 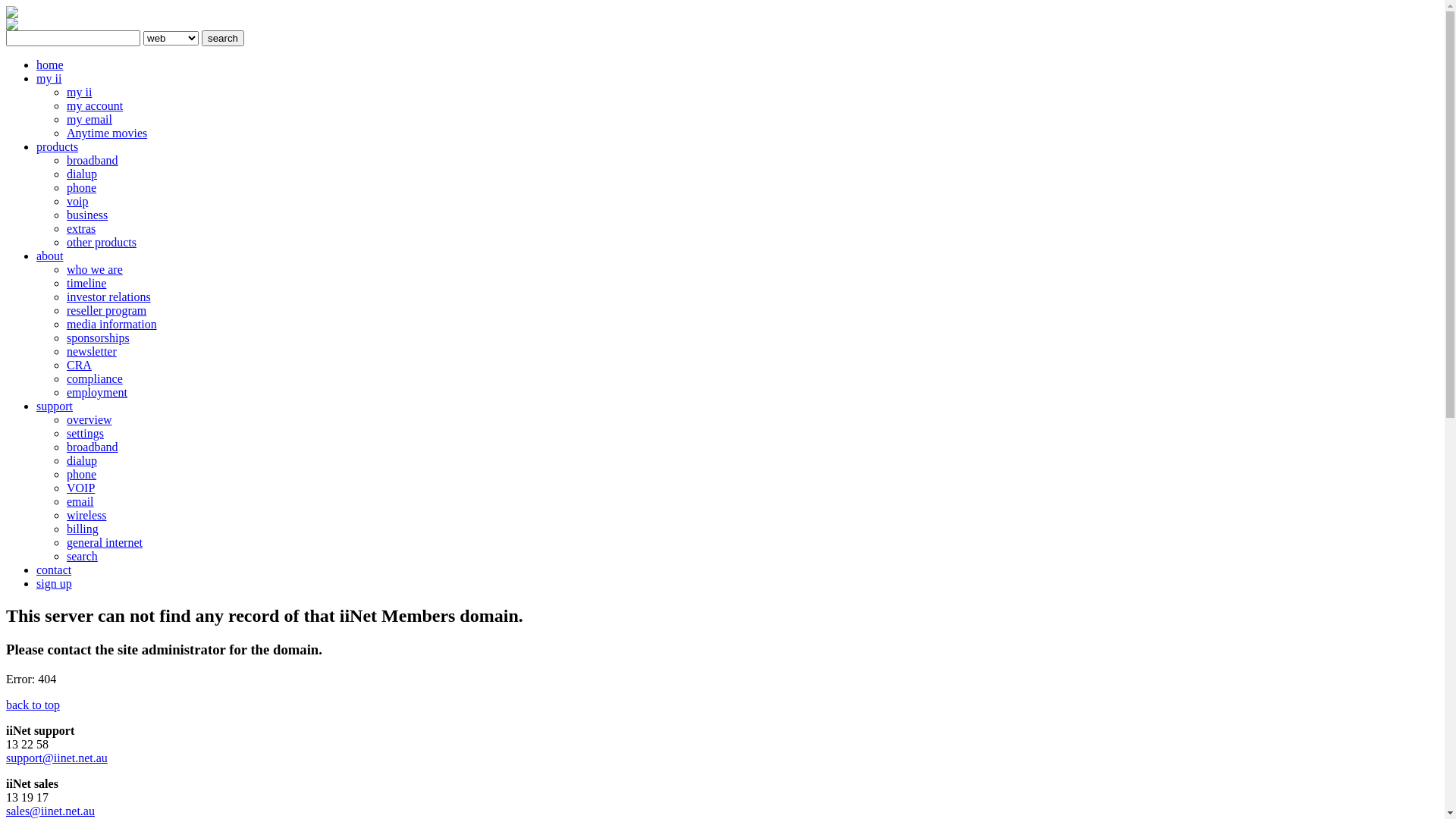 What do you see at coordinates (93, 378) in the screenshot?
I see `'compliance'` at bounding box center [93, 378].